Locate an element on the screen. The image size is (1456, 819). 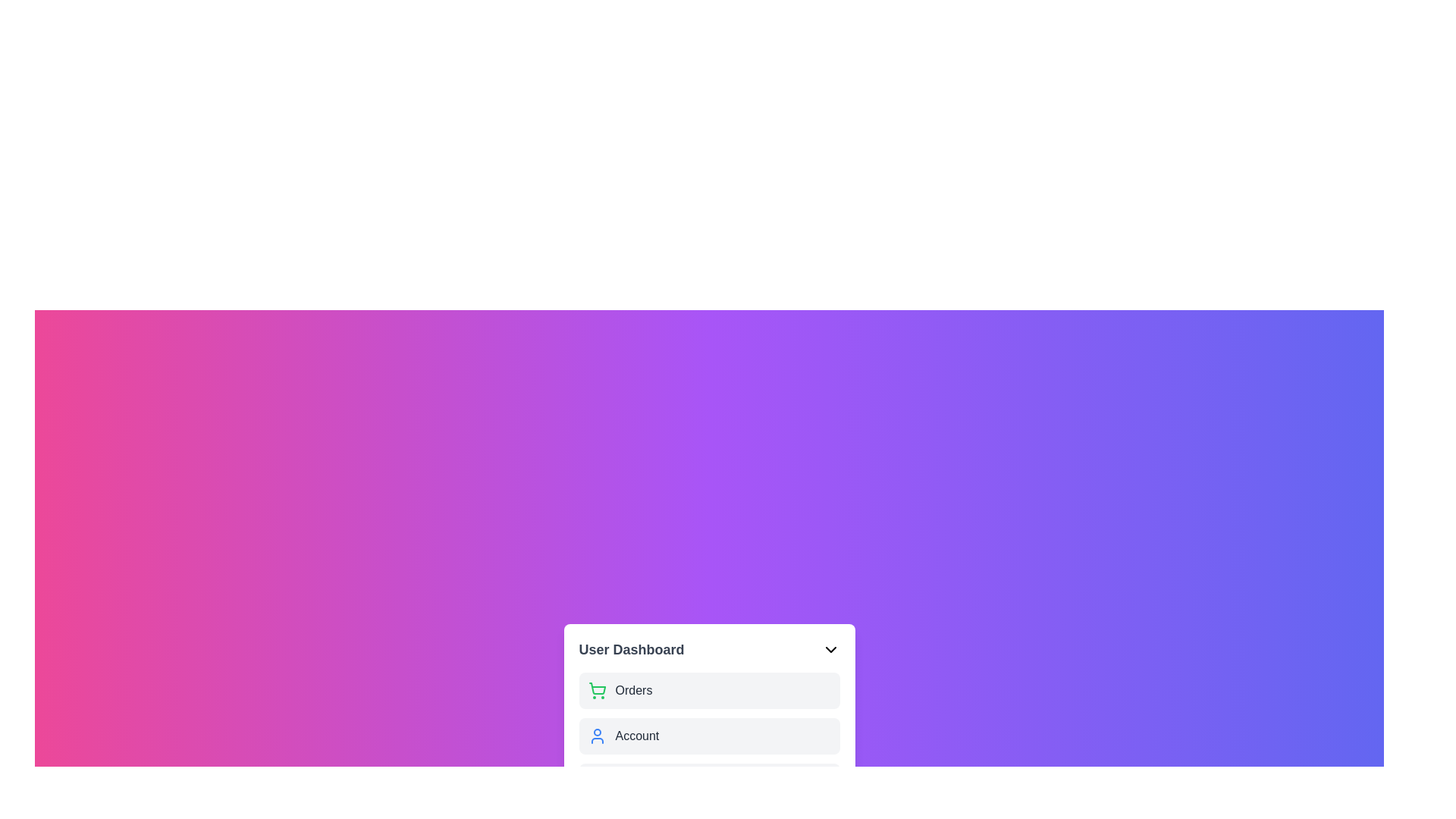
the 'Orders' option in the dropdown menu is located at coordinates (708, 690).